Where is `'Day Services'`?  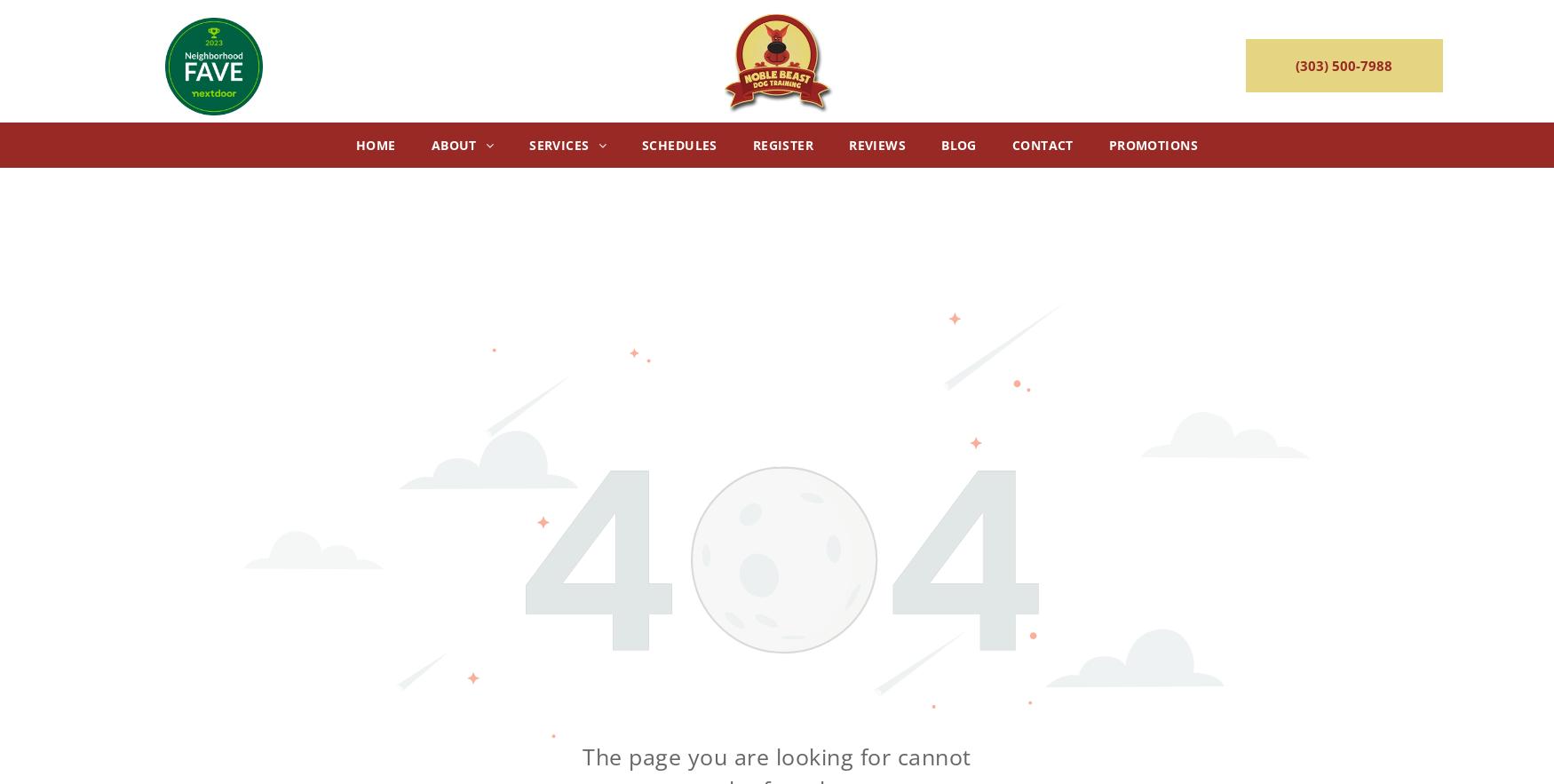
'Day Services' is located at coordinates (582, 178).